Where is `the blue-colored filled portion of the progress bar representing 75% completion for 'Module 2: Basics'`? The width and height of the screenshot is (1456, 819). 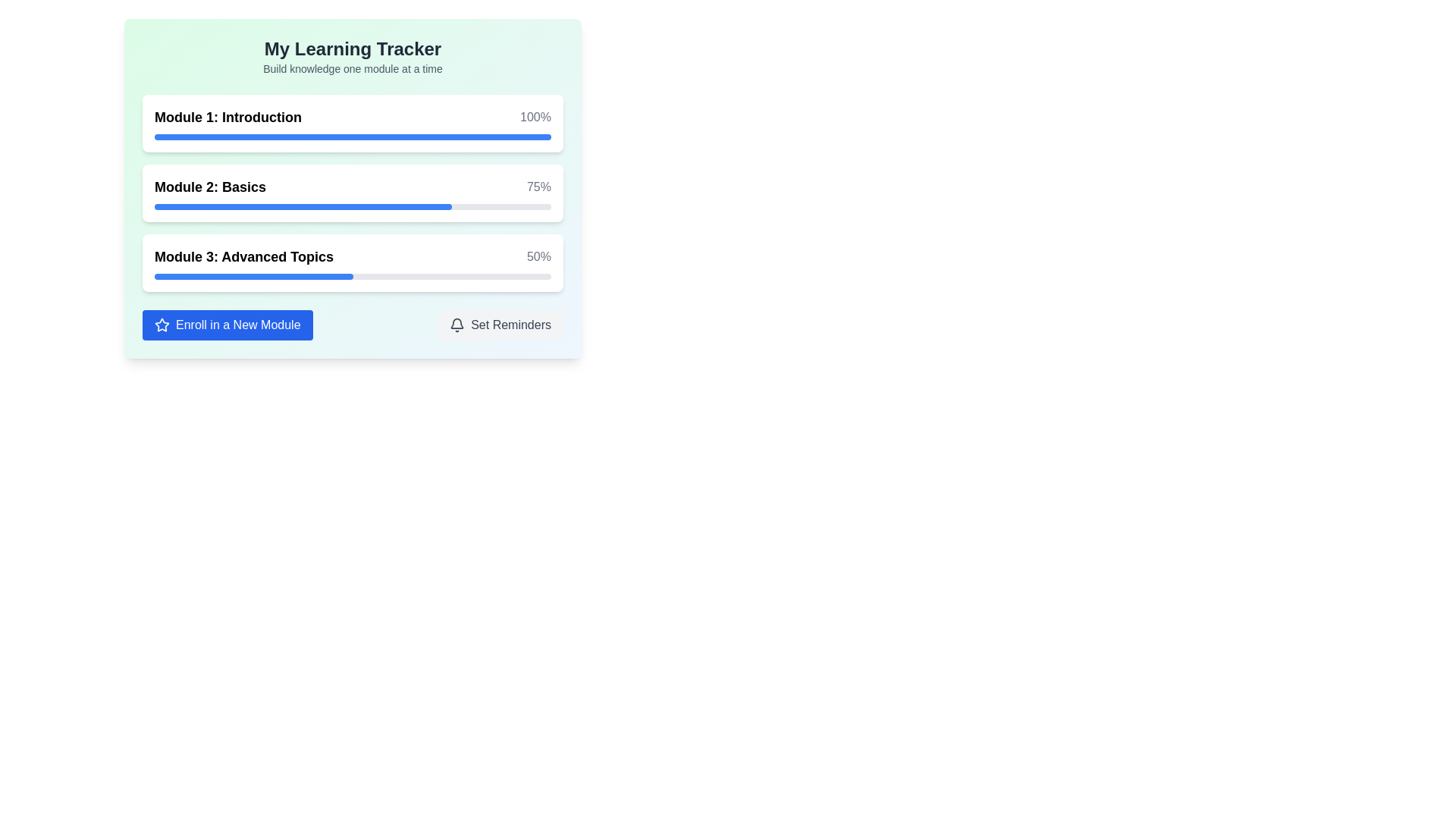 the blue-colored filled portion of the progress bar representing 75% completion for 'Module 2: Basics' is located at coordinates (303, 207).